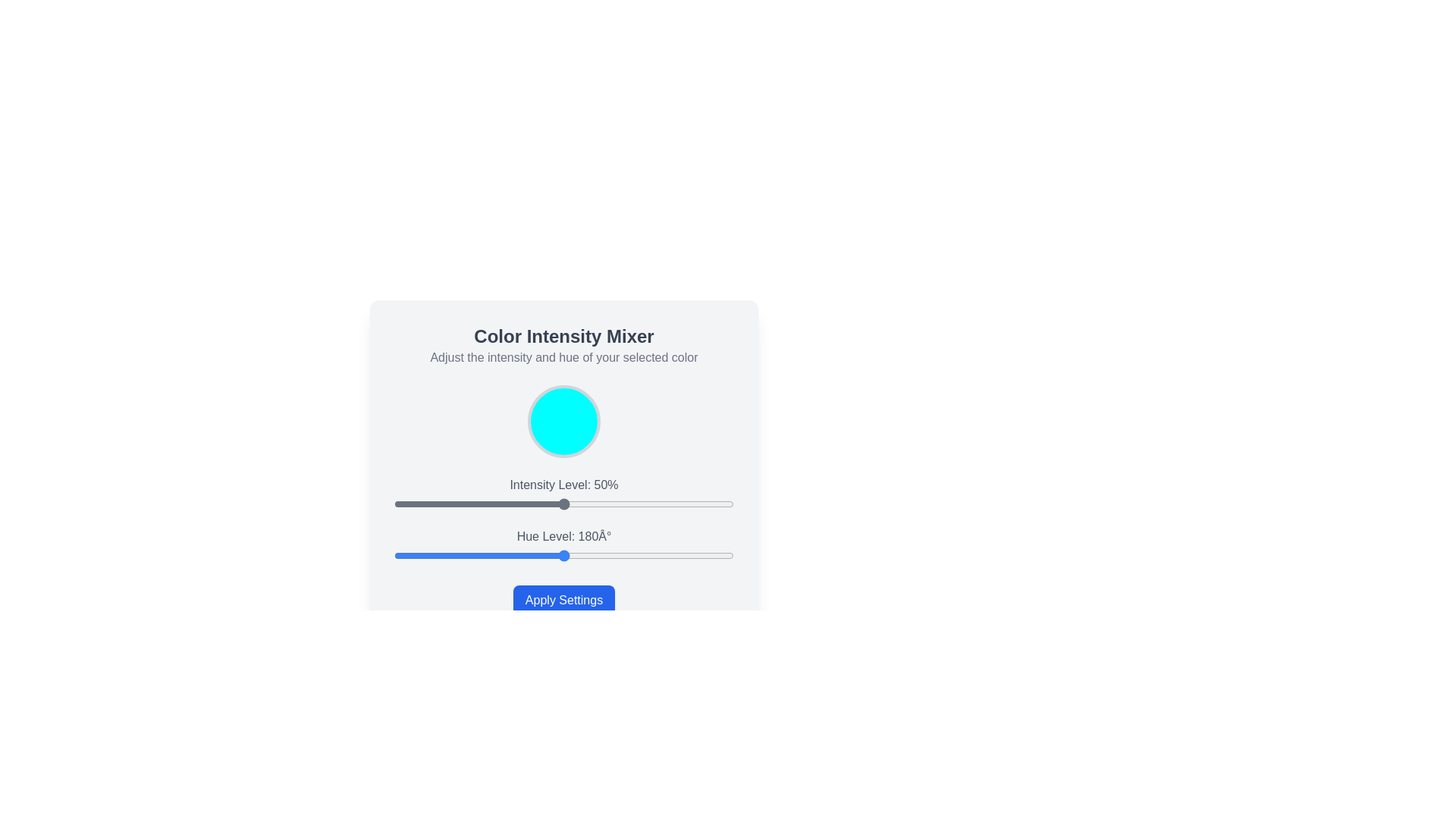  What do you see at coordinates (472, 555) in the screenshot?
I see `the hue level slider to 83°` at bounding box center [472, 555].